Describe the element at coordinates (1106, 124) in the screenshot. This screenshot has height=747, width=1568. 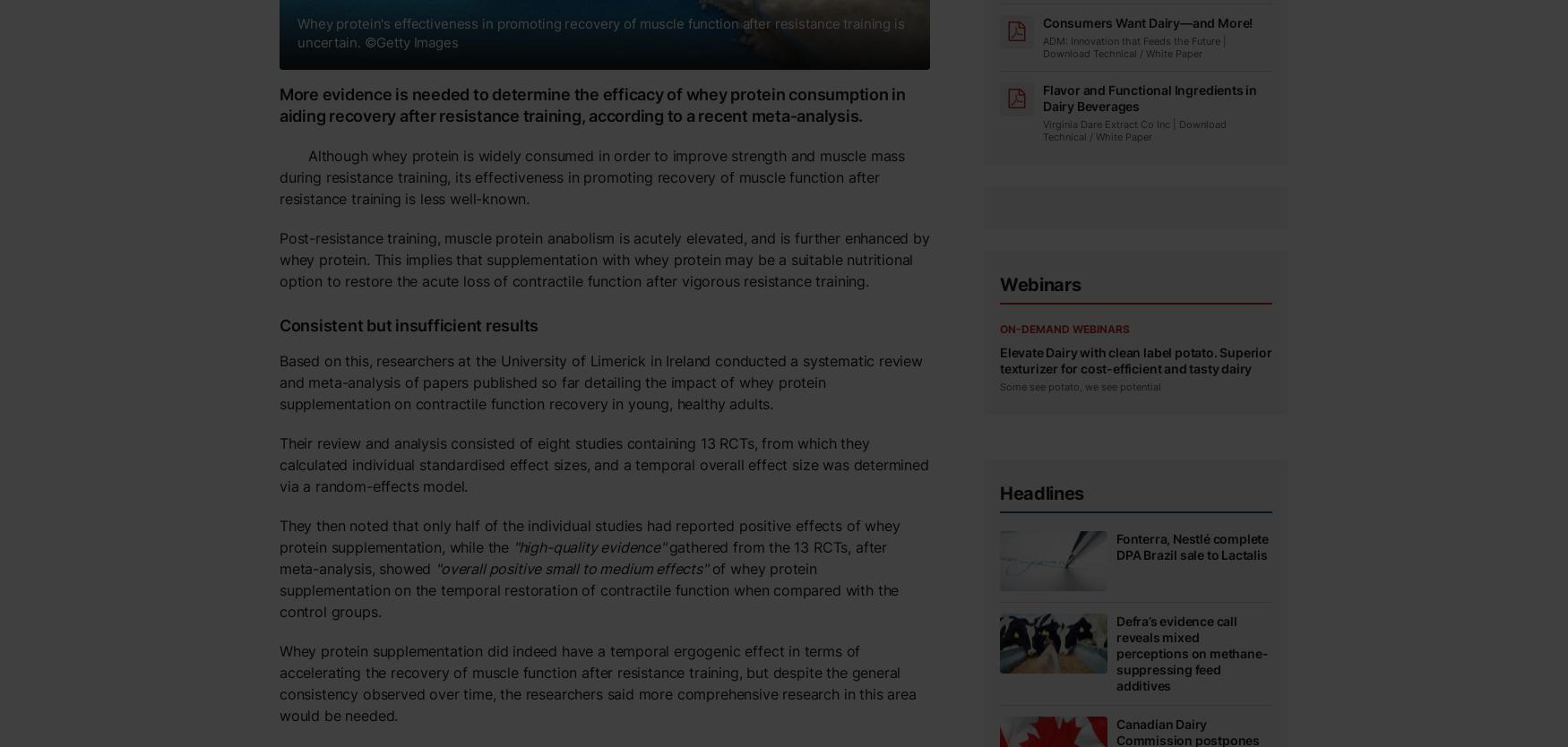
I see `'Virginia Dare Extract Co Inc'` at that location.